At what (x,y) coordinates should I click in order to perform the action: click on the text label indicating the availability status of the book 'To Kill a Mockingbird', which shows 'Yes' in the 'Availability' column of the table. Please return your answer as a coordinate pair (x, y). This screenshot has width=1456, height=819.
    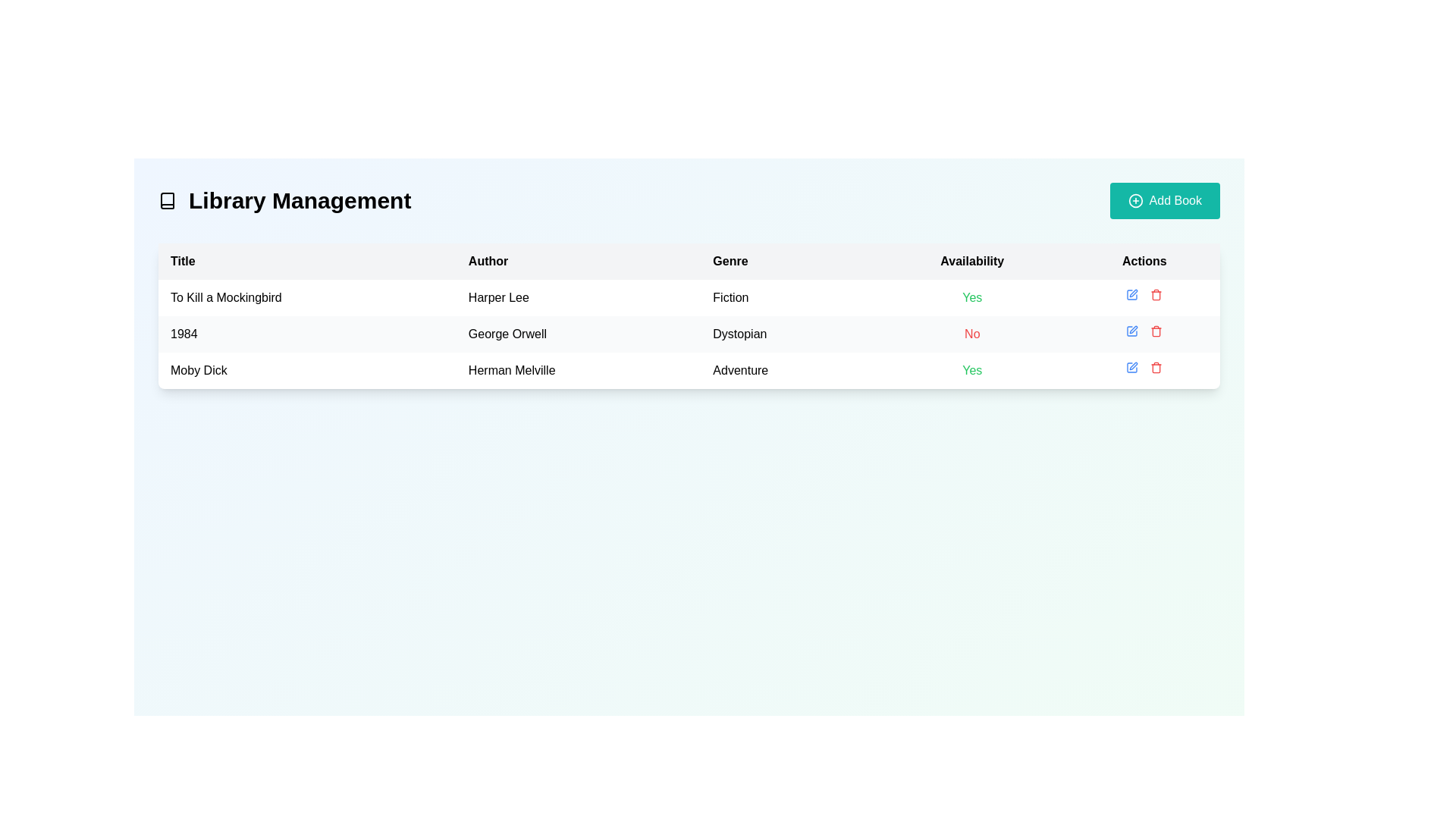
    Looking at the image, I should click on (972, 298).